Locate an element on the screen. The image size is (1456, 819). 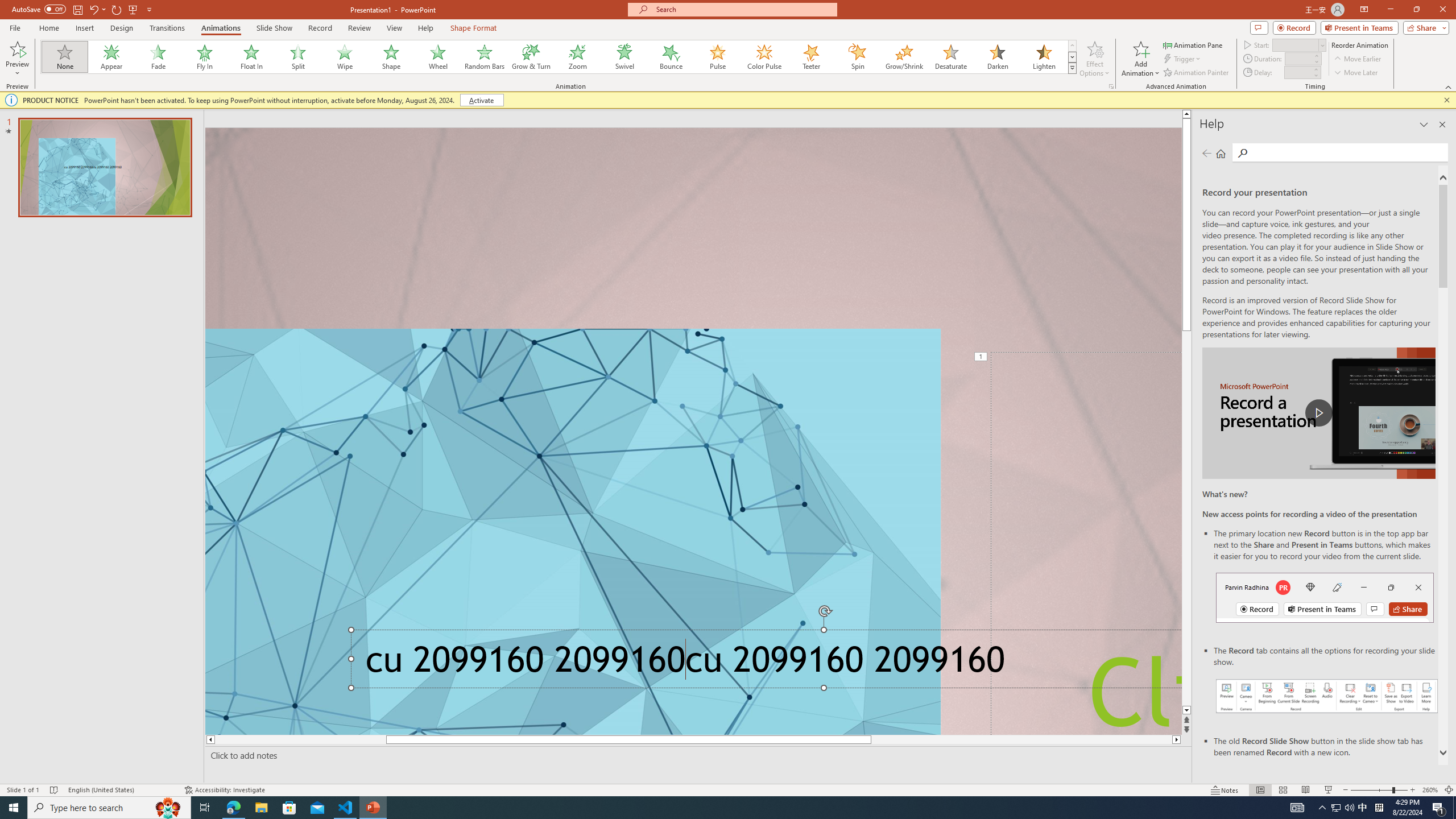
'Wipe' is located at coordinates (345, 56).